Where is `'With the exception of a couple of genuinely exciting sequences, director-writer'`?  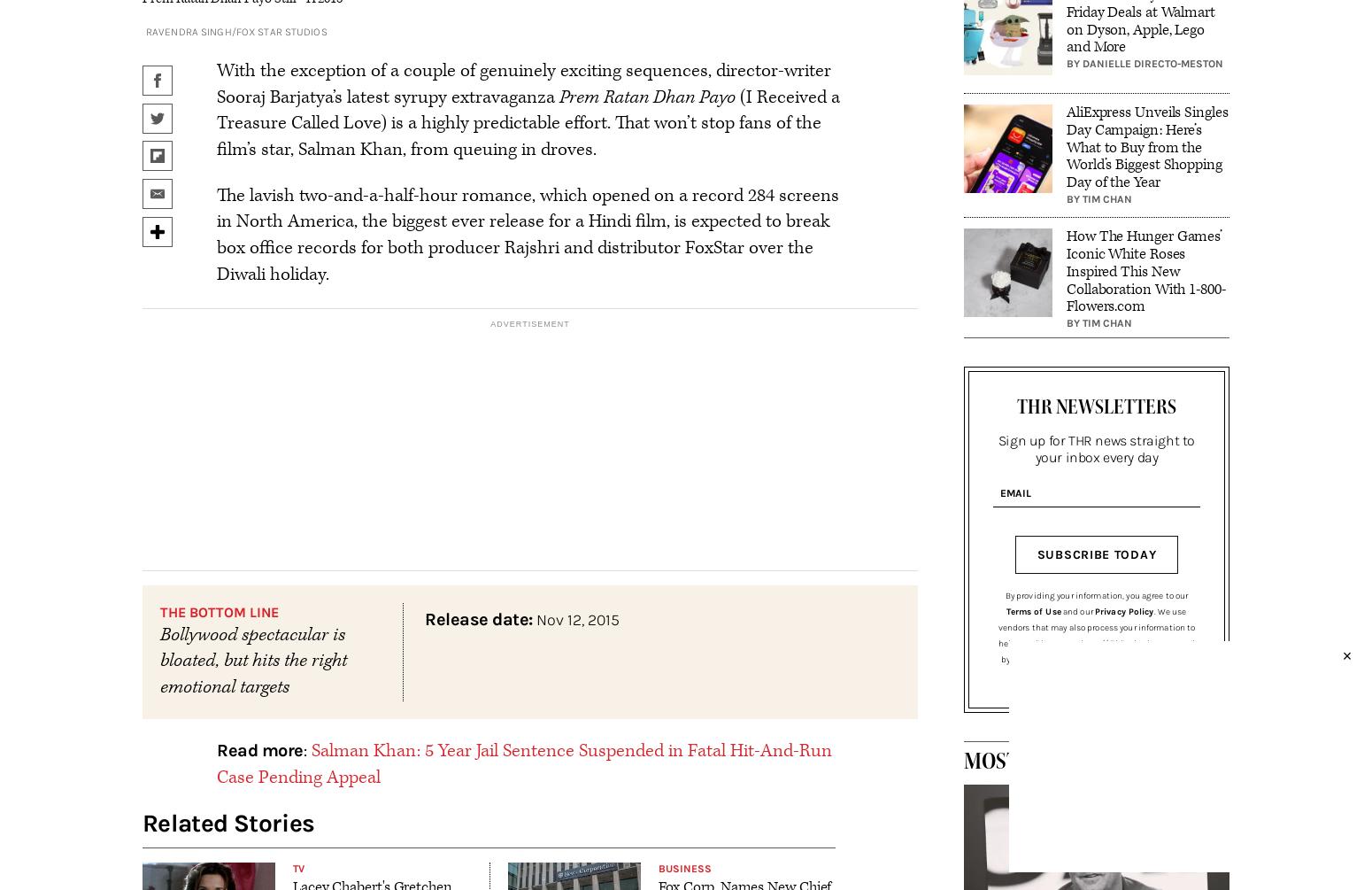
'With the exception of a couple of genuinely exciting sequences, director-writer' is located at coordinates (217, 70).